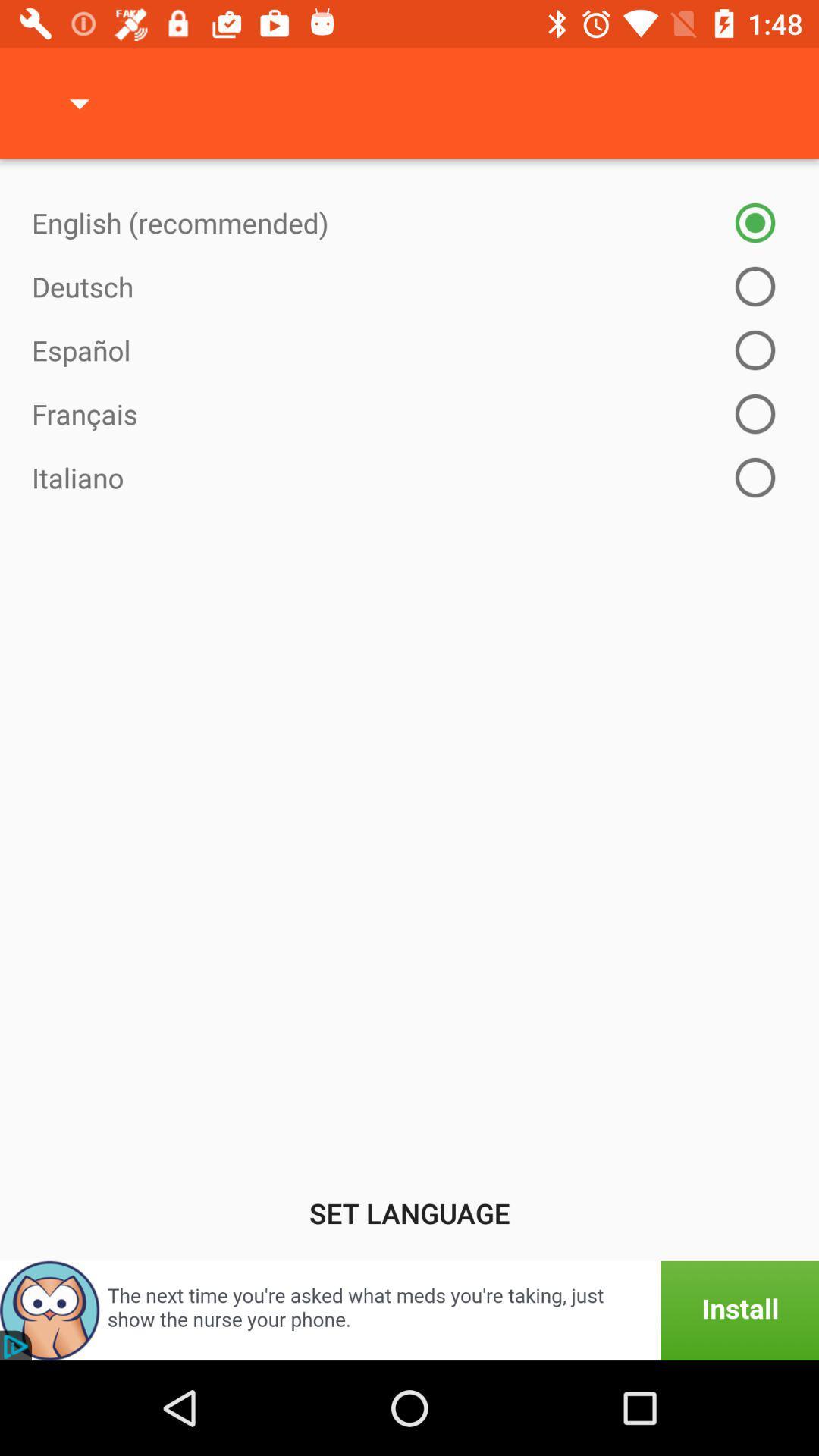  Describe the element at coordinates (409, 1310) in the screenshot. I see `get more information on advertisement` at that location.